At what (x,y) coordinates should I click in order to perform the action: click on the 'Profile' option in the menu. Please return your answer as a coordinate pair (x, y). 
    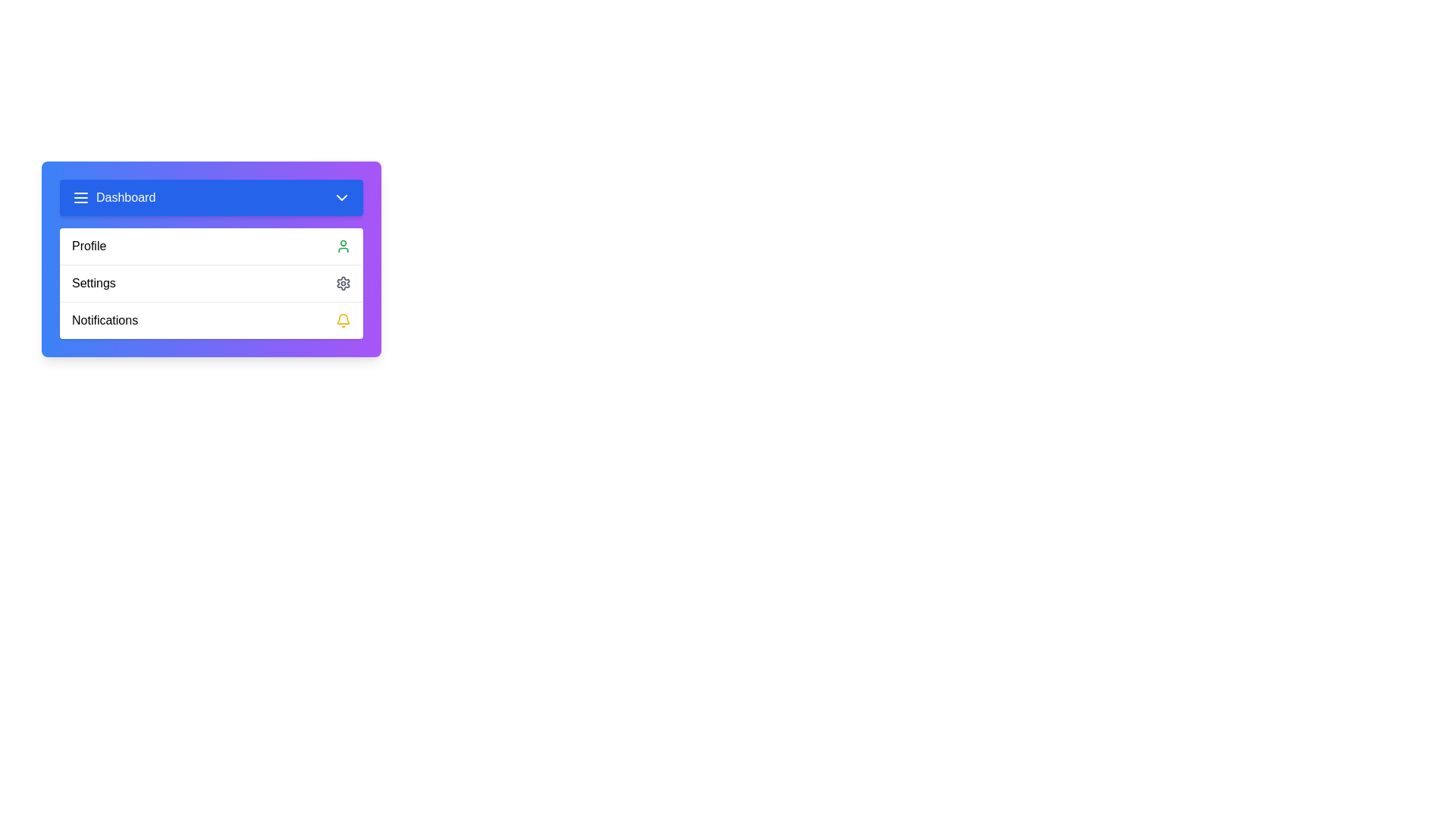
    Looking at the image, I should click on (210, 245).